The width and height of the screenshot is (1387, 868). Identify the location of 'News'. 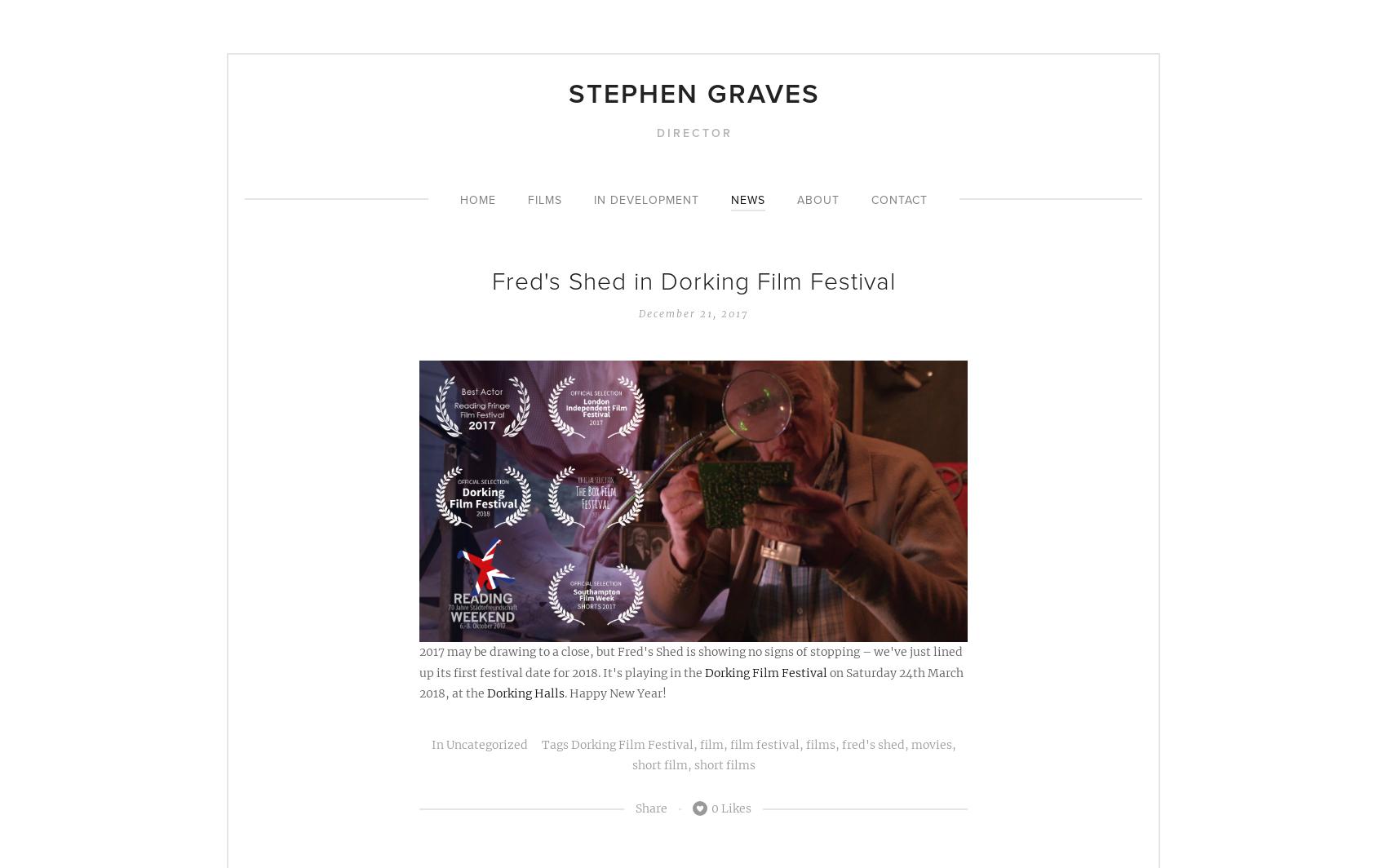
(747, 200).